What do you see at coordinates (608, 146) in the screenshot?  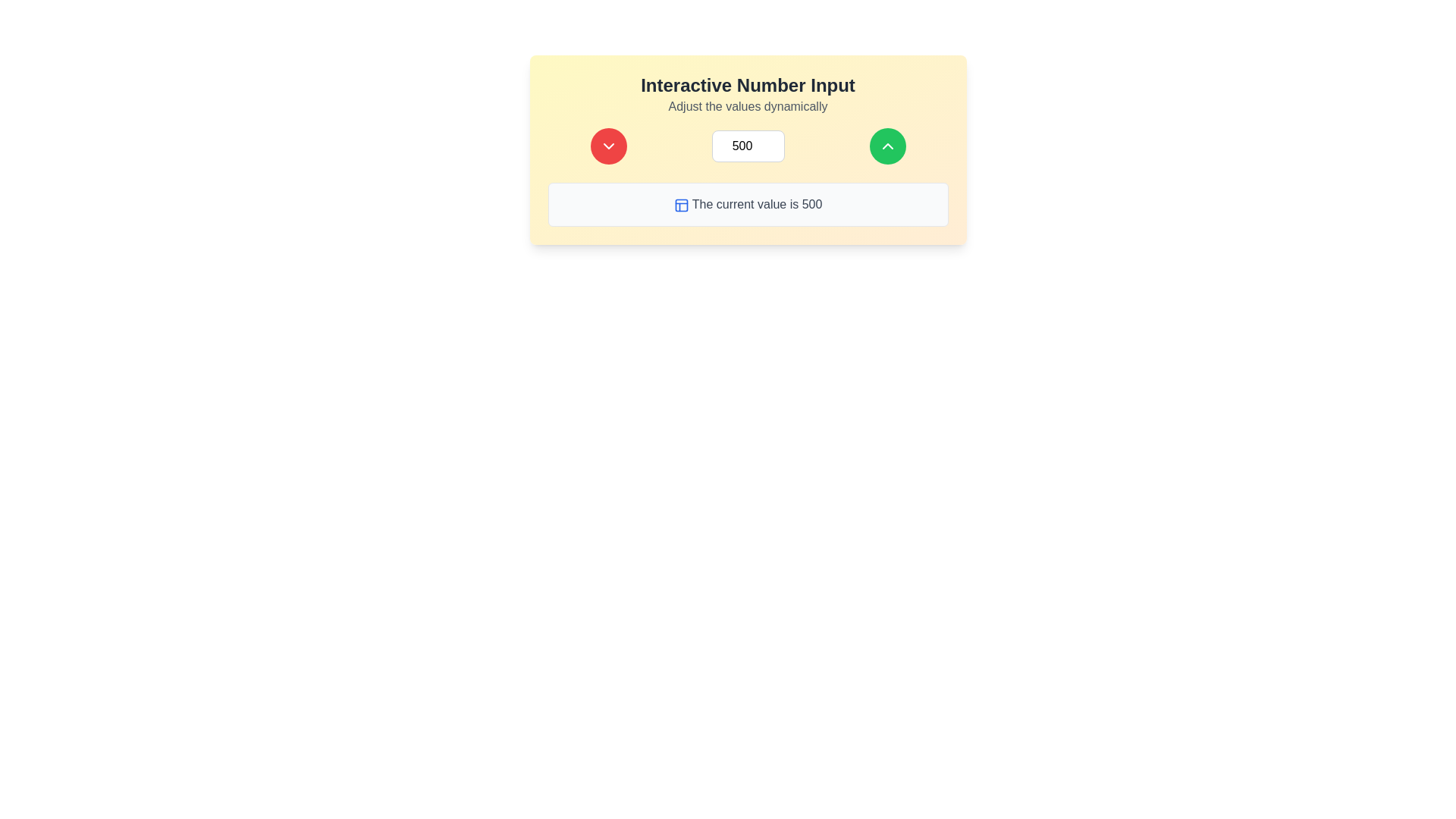 I see `the rounded red button with a white downwards-pointing chevron icon to decrement the value in the interactive number input interface` at bounding box center [608, 146].